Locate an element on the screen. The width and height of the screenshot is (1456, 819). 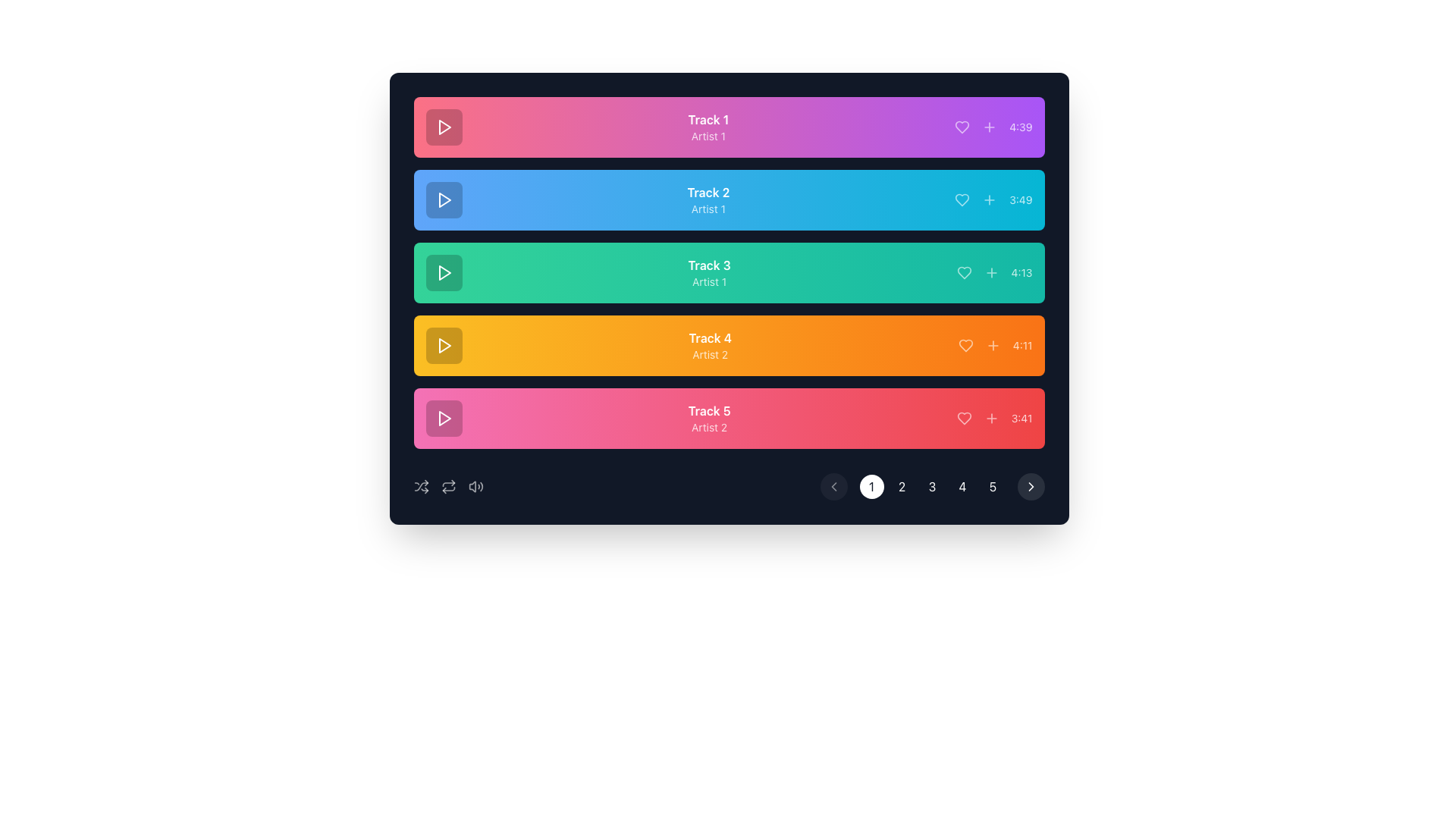
the circular pagination button displaying '3' for keyboard navigation is located at coordinates (931, 486).